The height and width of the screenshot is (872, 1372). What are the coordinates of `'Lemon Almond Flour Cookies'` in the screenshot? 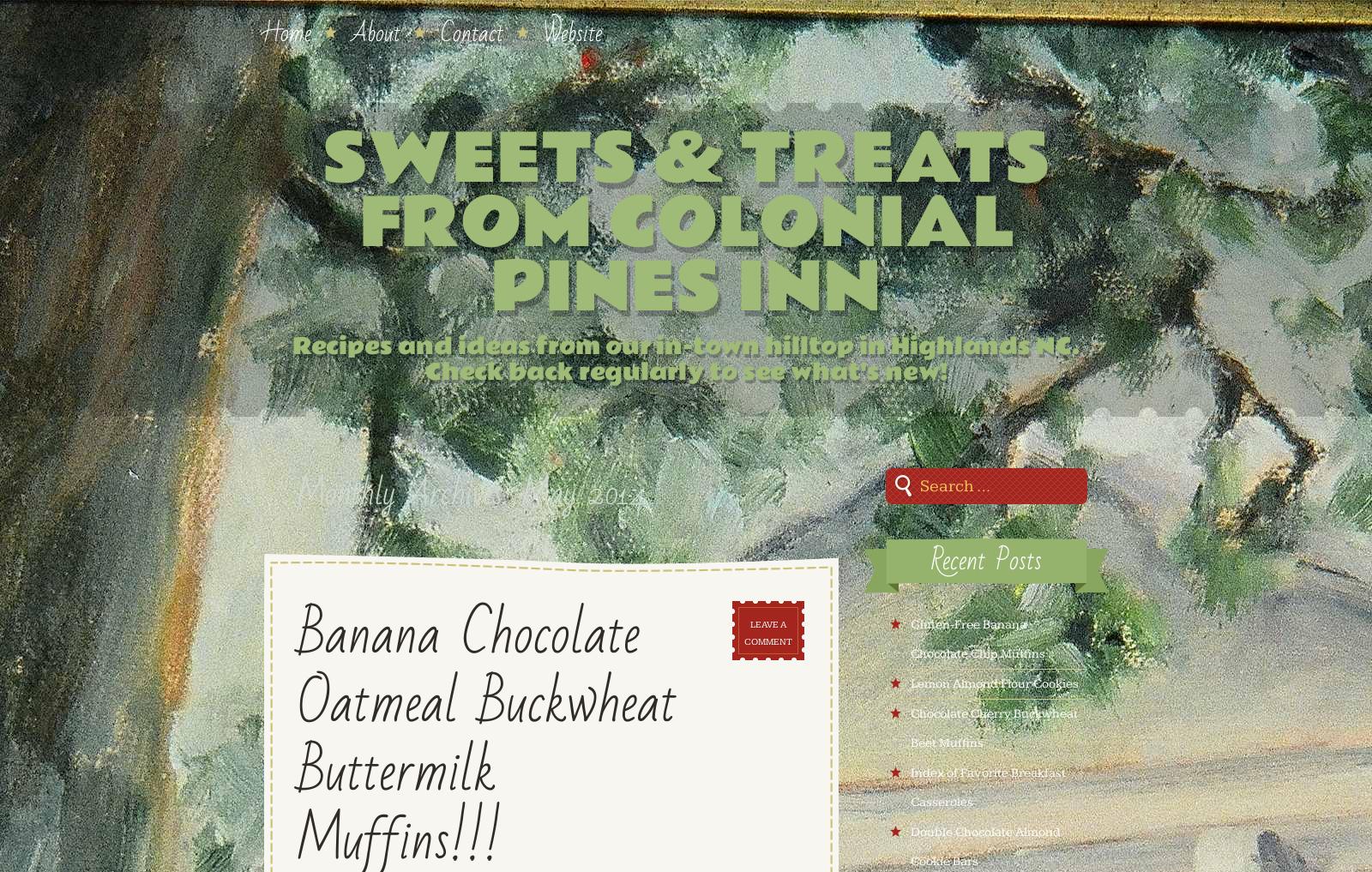 It's located at (994, 683).